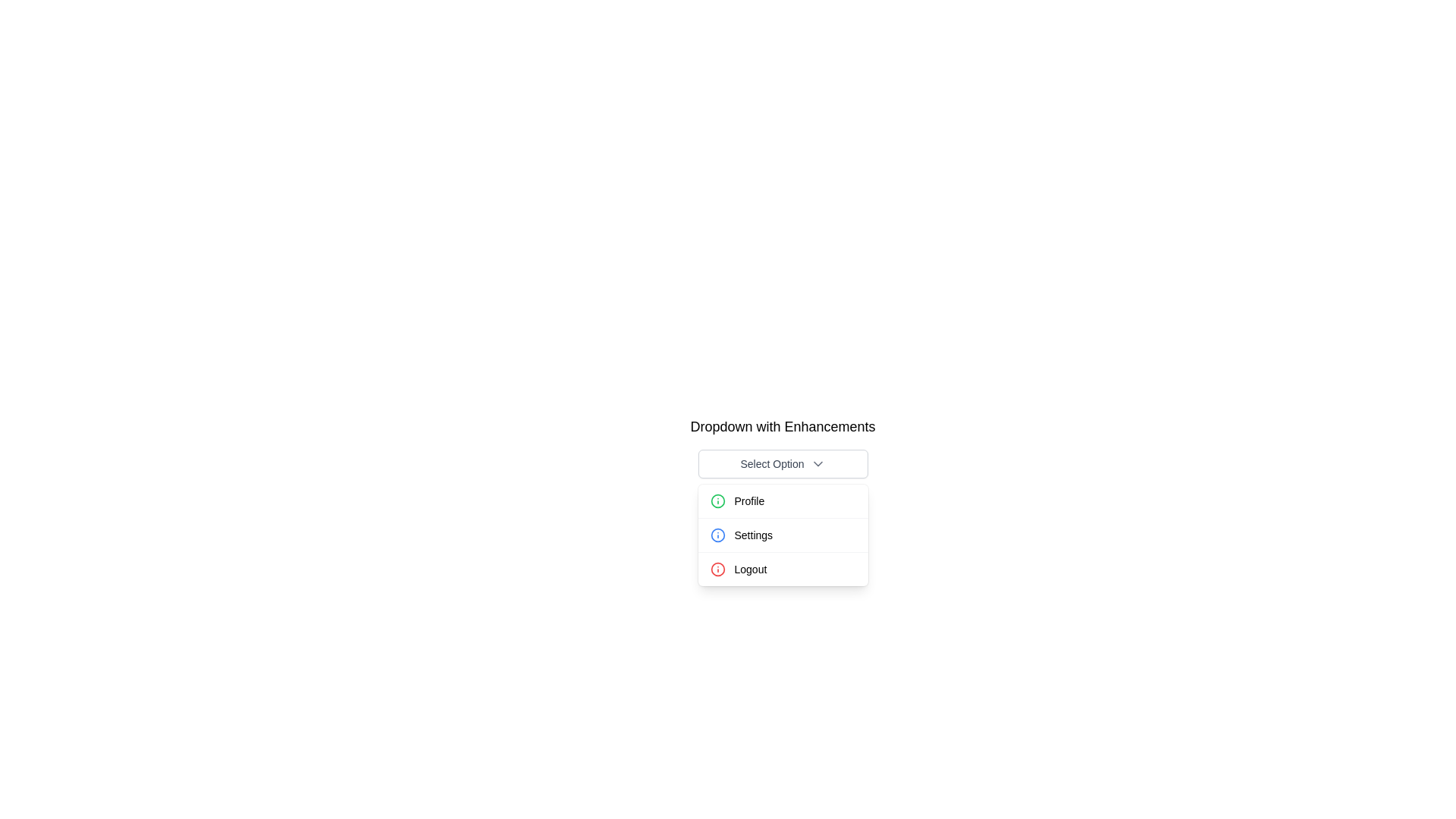 The image size is (1456, 819). Describe the element at coordinates (717, 570) in the screenshot. I see `the red-themed logout icon positioned at the bottom of the dropdown menu beneath 'Settings' to understand its visual meaning` at that location.